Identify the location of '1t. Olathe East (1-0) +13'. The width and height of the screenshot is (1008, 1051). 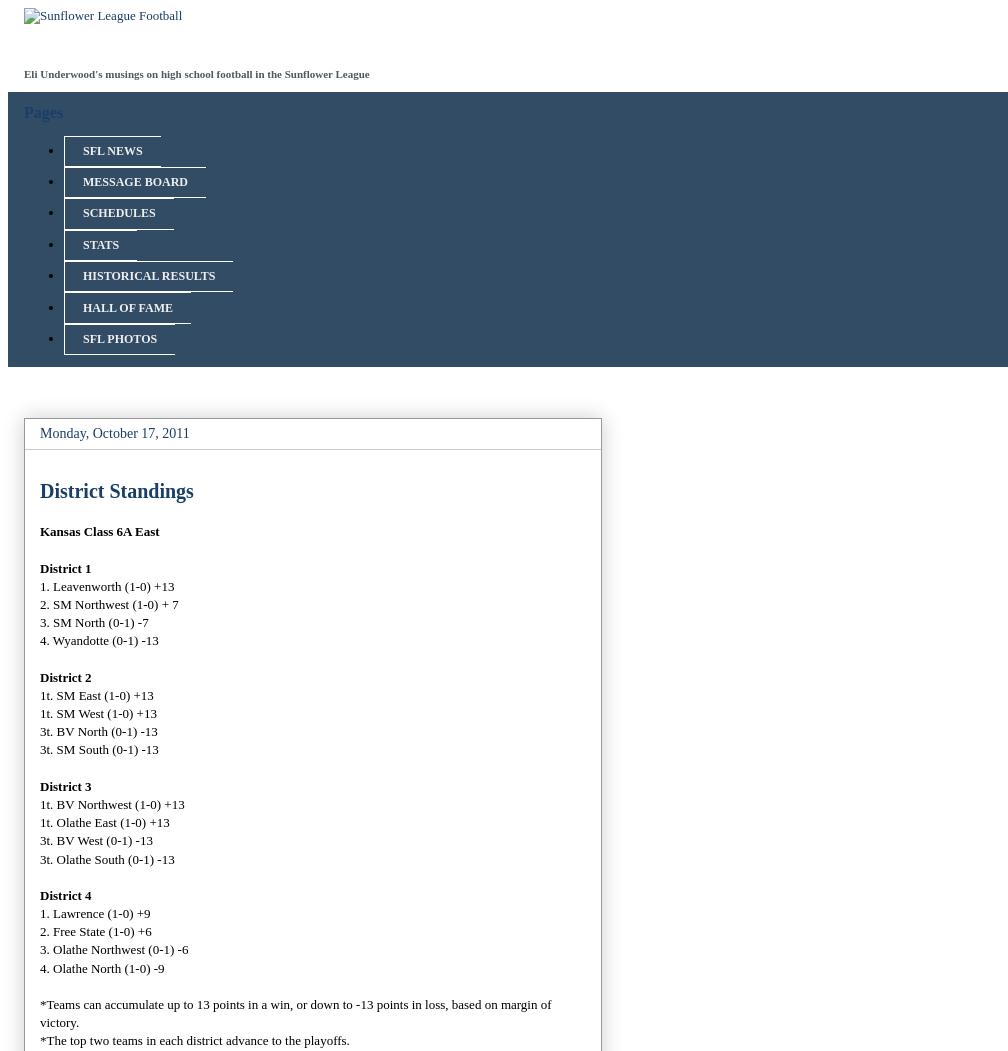
(104, 822).